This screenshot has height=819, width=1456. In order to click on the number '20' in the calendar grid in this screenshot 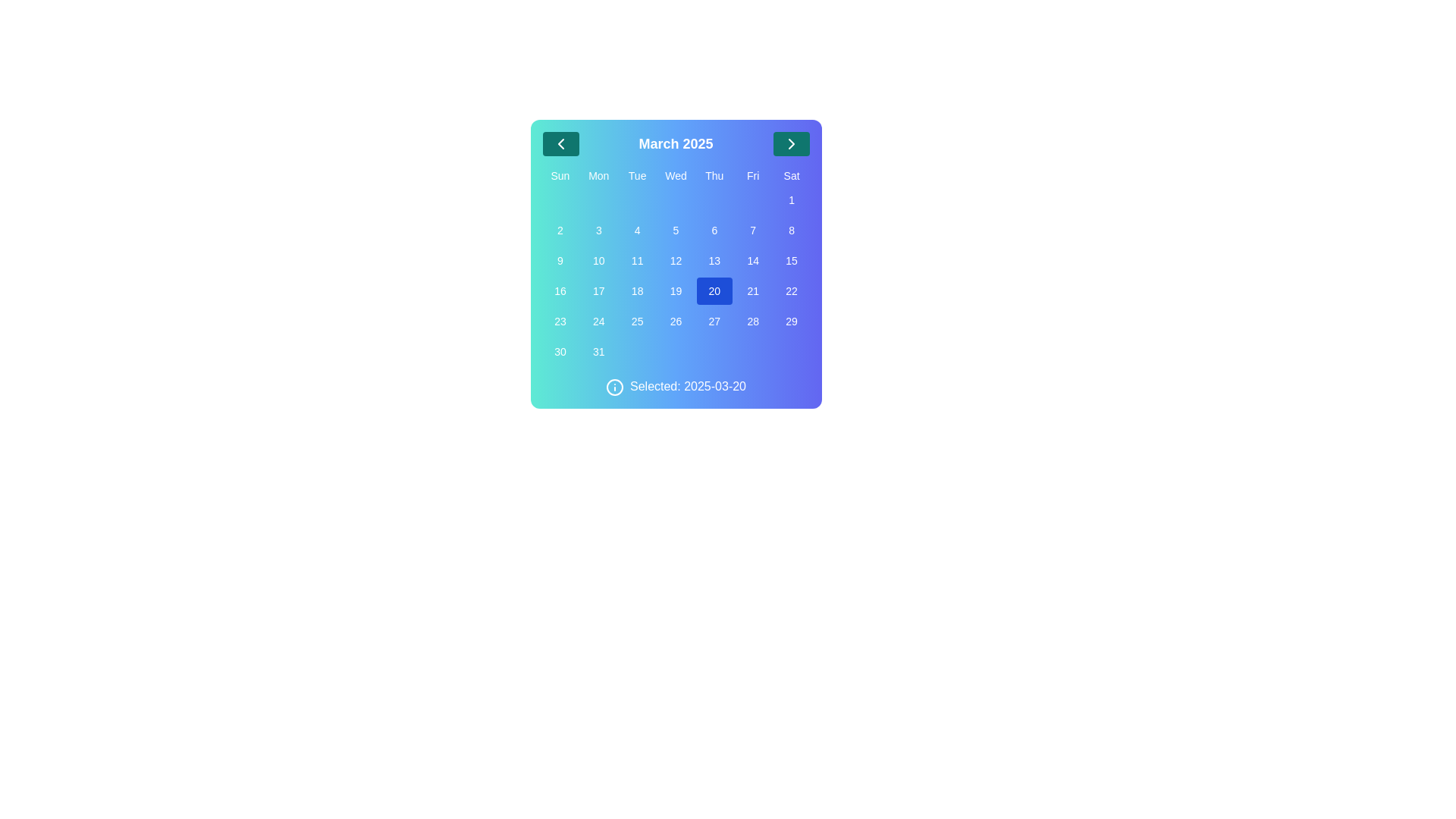, I will do `click(675, 265)`.